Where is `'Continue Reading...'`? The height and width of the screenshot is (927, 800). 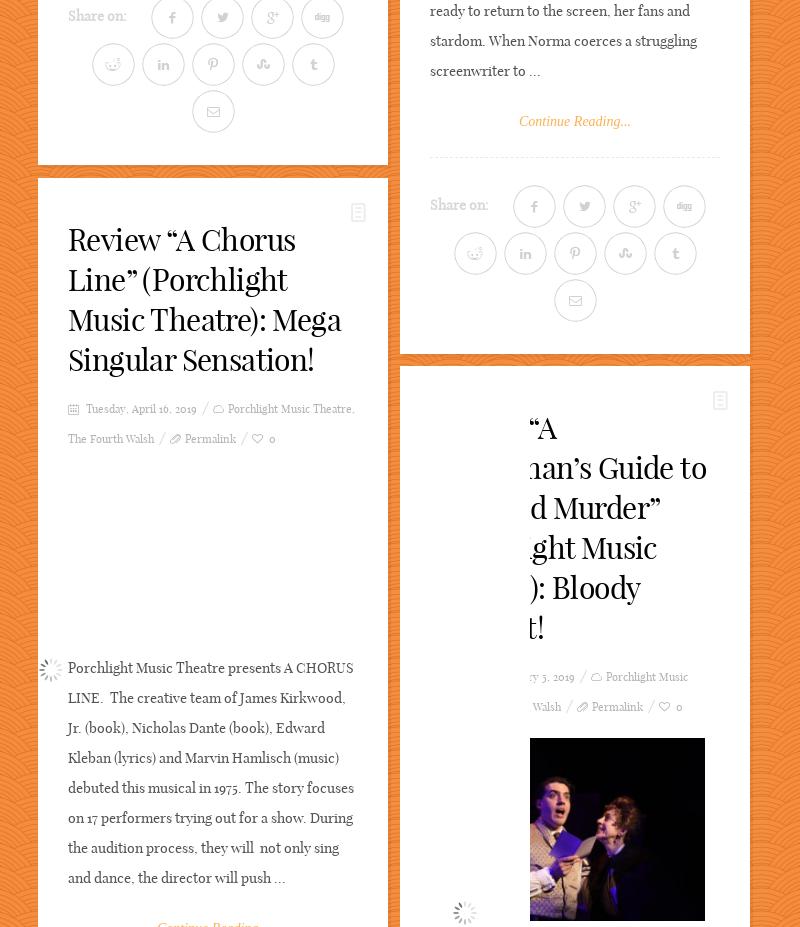
'Continue Reading...' is located at coordinates (518, 120).